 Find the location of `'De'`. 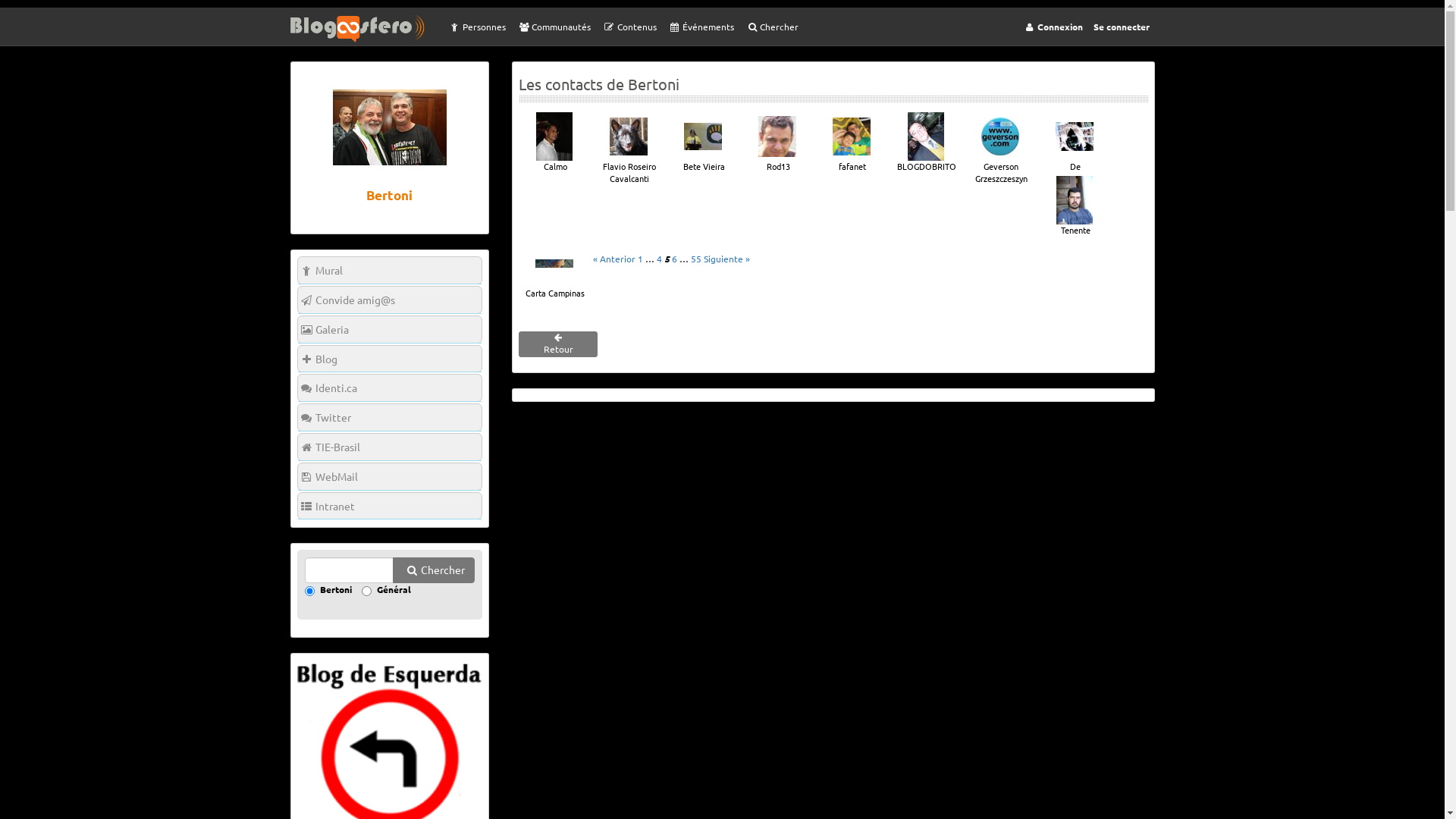

'De' is located at coordinates (1073, 143).